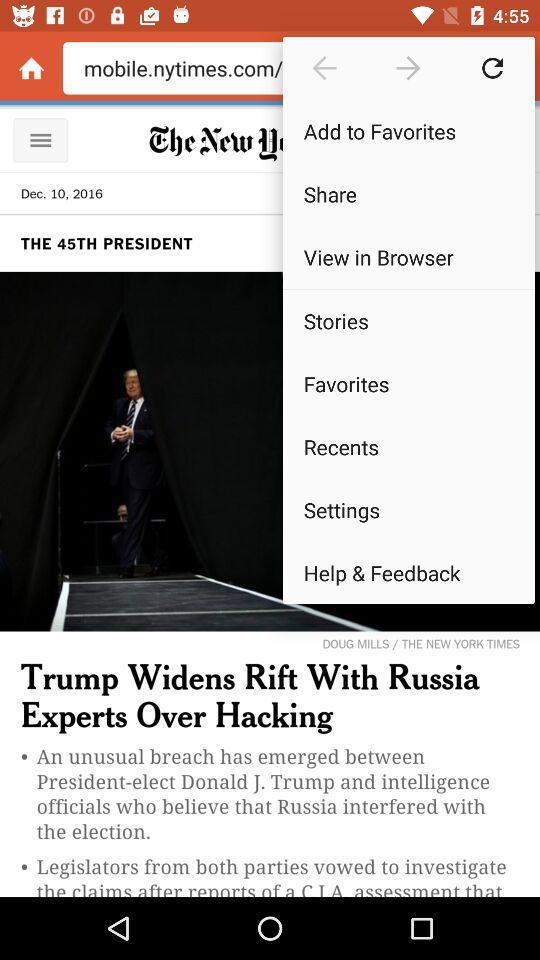  Describe the element at coordinates (407, 68) in the screenshot. I see `next` at that location.